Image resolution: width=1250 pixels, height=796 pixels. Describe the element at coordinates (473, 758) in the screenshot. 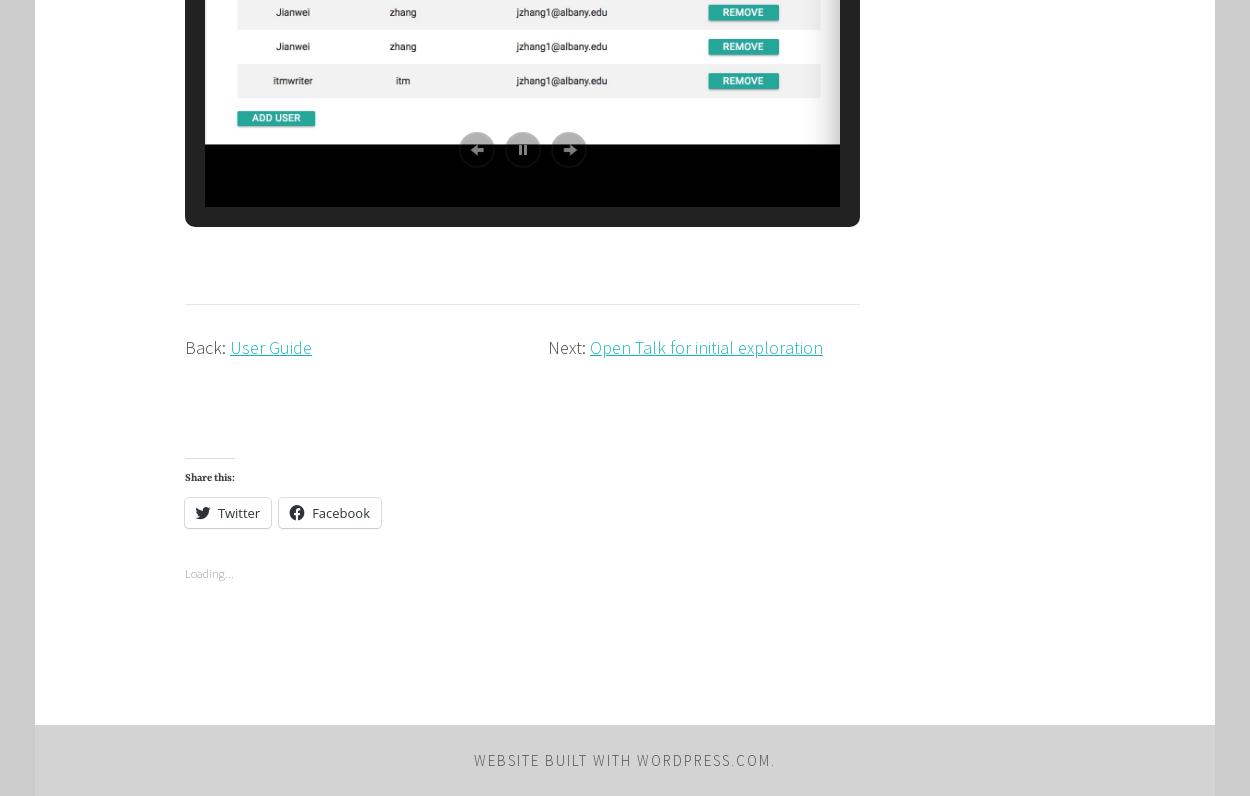

I see `'Website Built with WordPress.com'` at that location.